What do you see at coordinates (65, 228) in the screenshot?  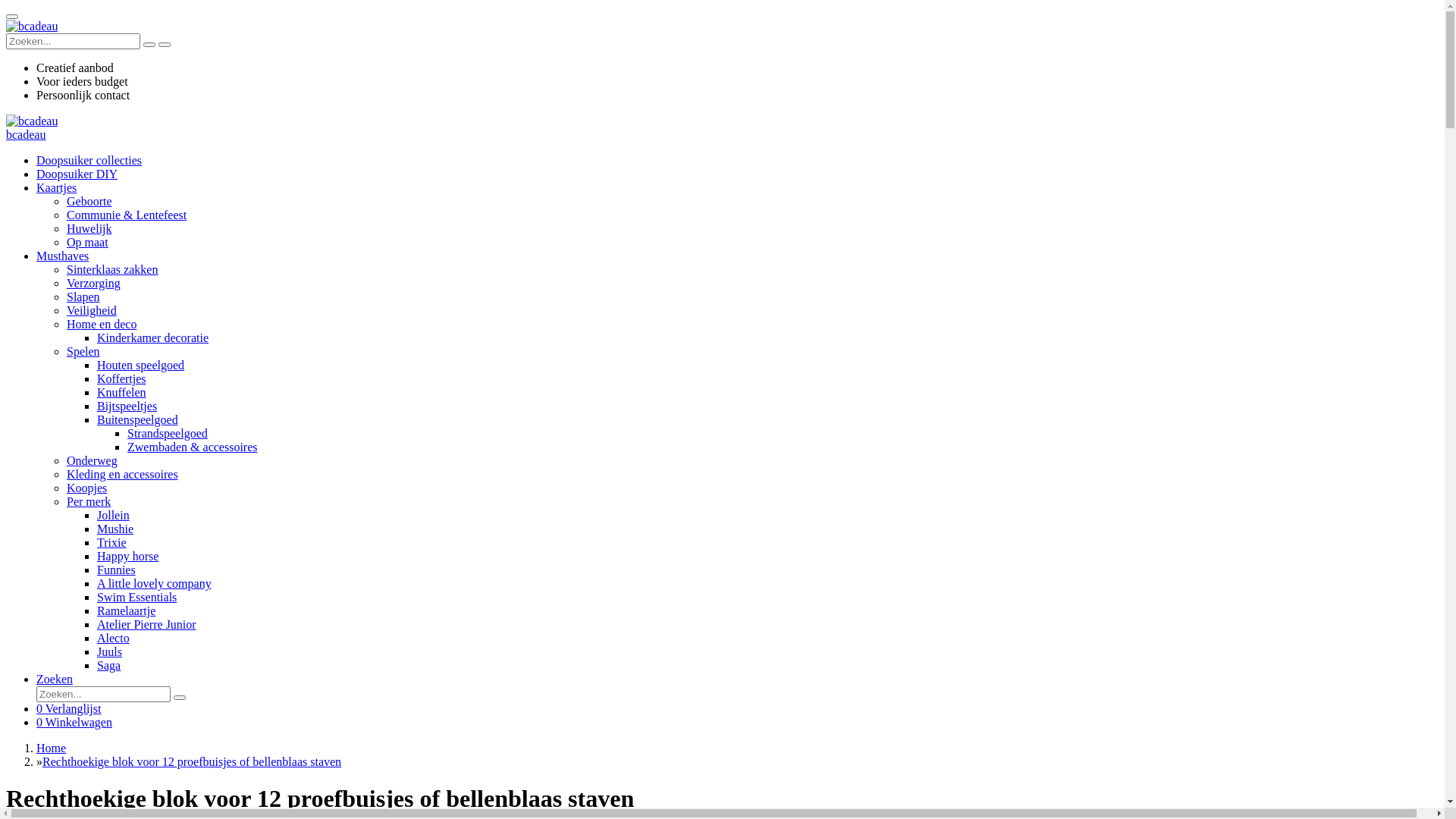 I see `'Huwelijk'` at bounding box center [65, 228].